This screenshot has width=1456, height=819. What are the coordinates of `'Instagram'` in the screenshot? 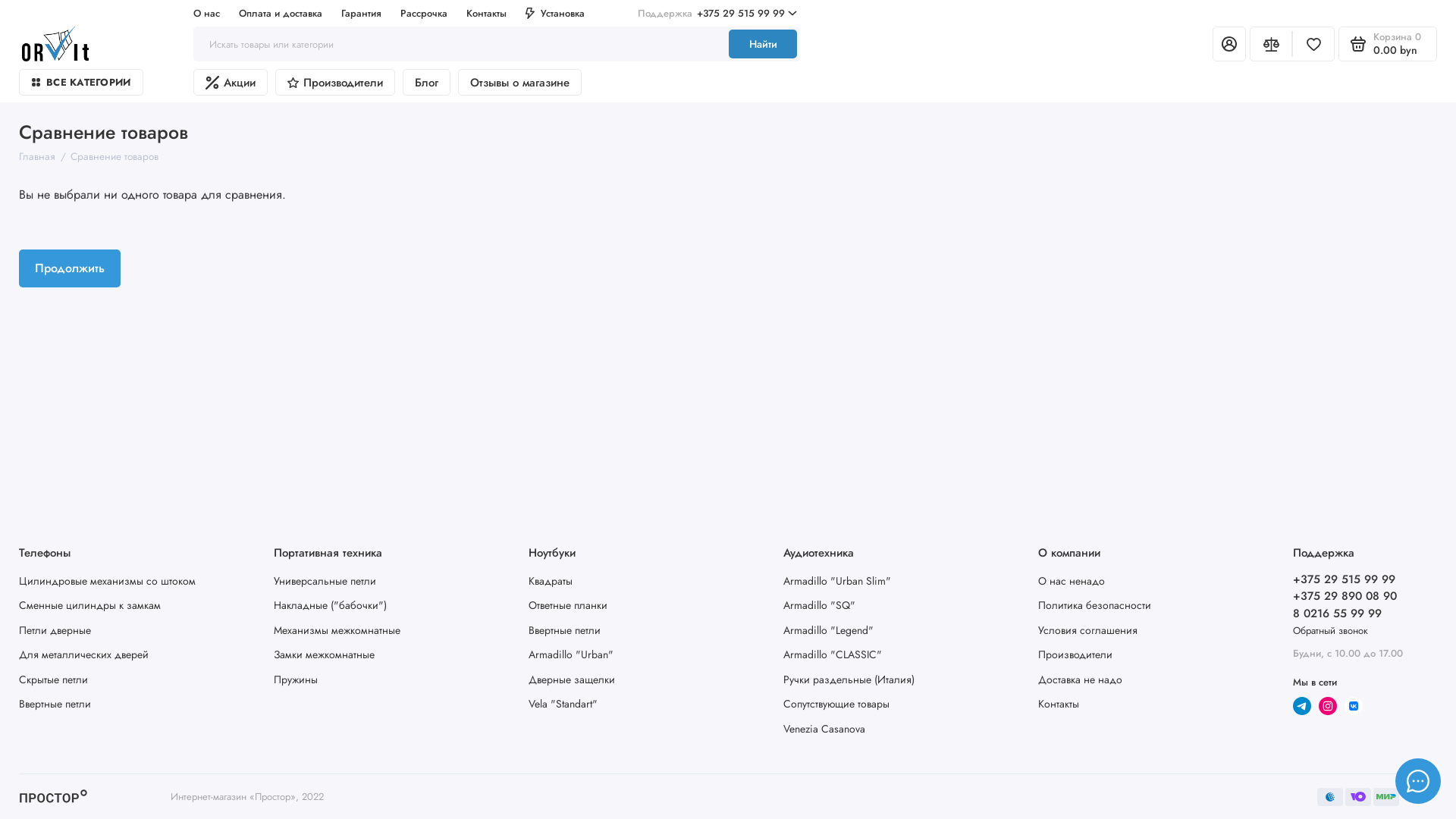 It's located at (1327, 705).